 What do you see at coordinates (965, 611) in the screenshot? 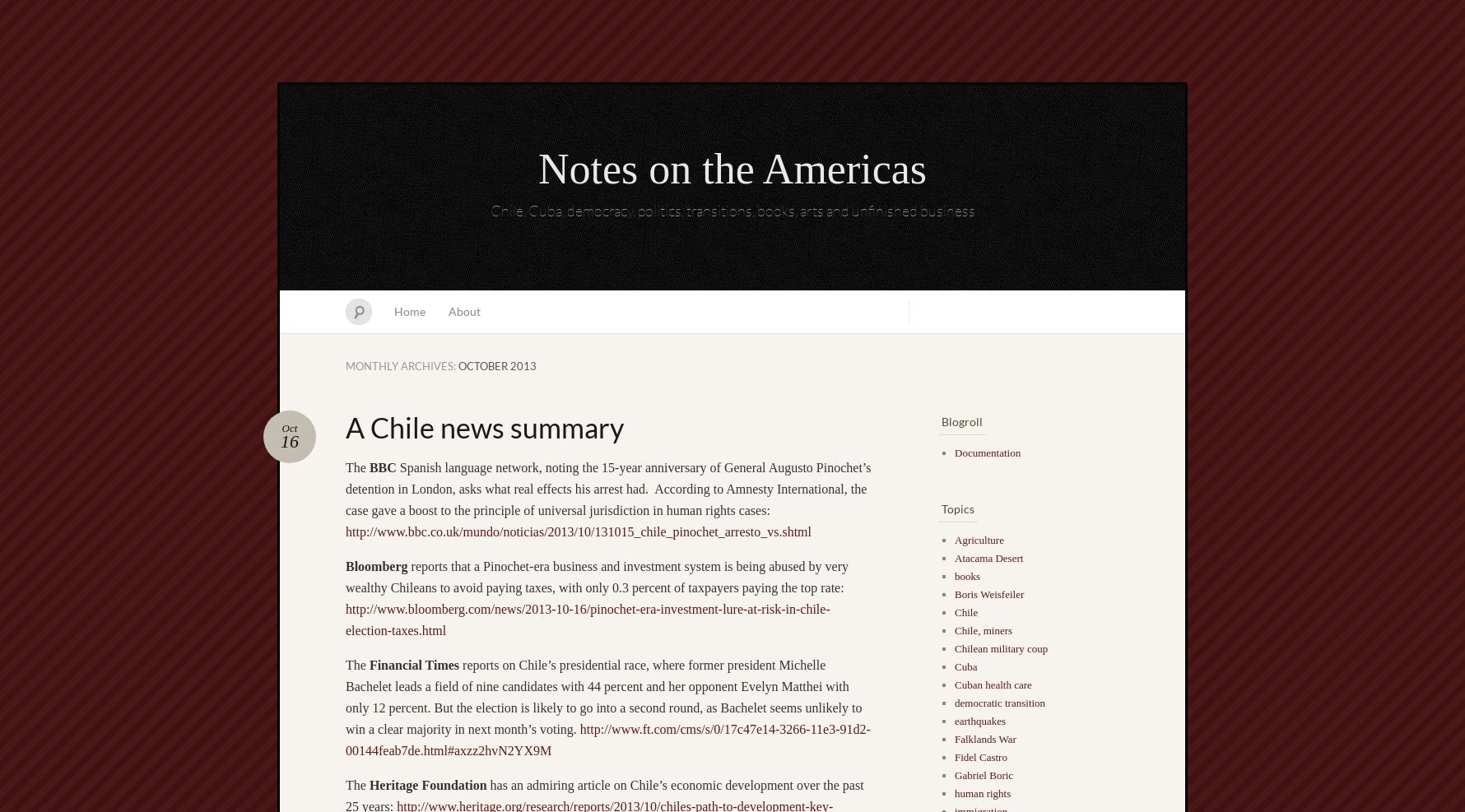
I see `'Chile'` at bounding box center [965, 611].